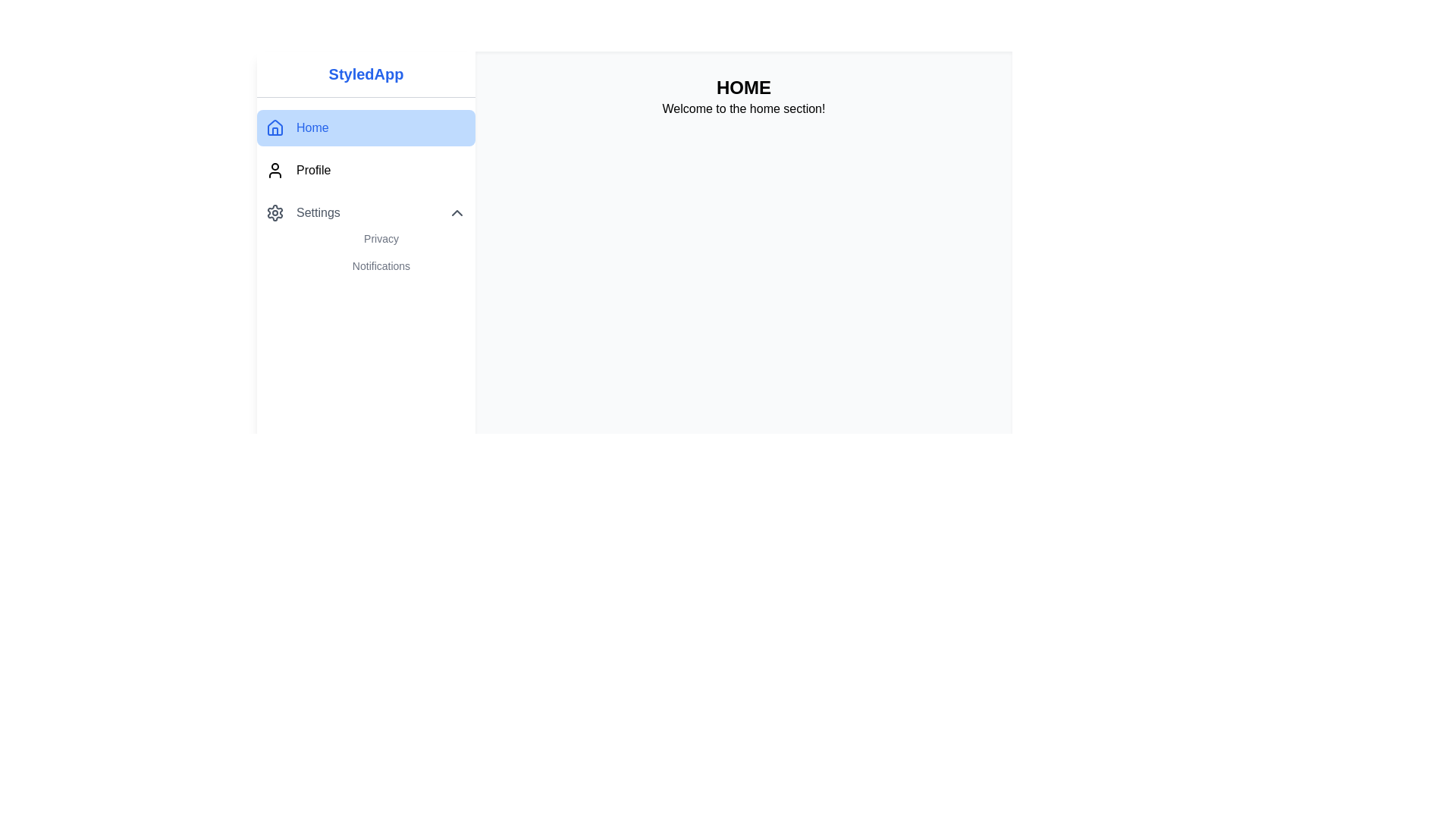 Image resolution: width=1456 pixels, height=819 pixels. Describe the element at coordinates (275, 213) in the screenshot. I see `the settings icon located on the vertical navigation sidebar next to the 'Settings' label, which is the third option` at that location.